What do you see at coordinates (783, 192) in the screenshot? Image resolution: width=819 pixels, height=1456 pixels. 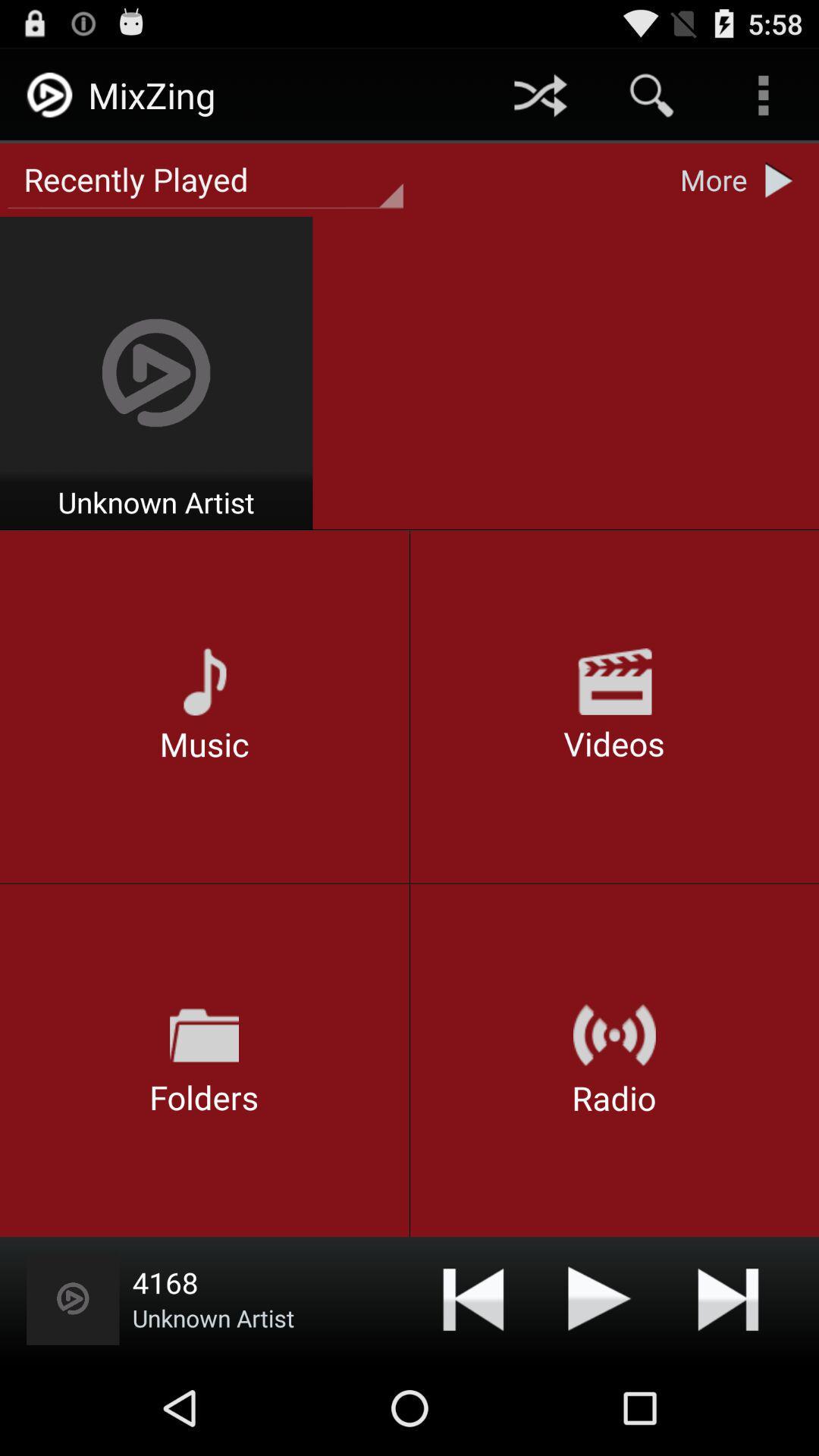 I see `the play icon` at bounding box center [783, 192].